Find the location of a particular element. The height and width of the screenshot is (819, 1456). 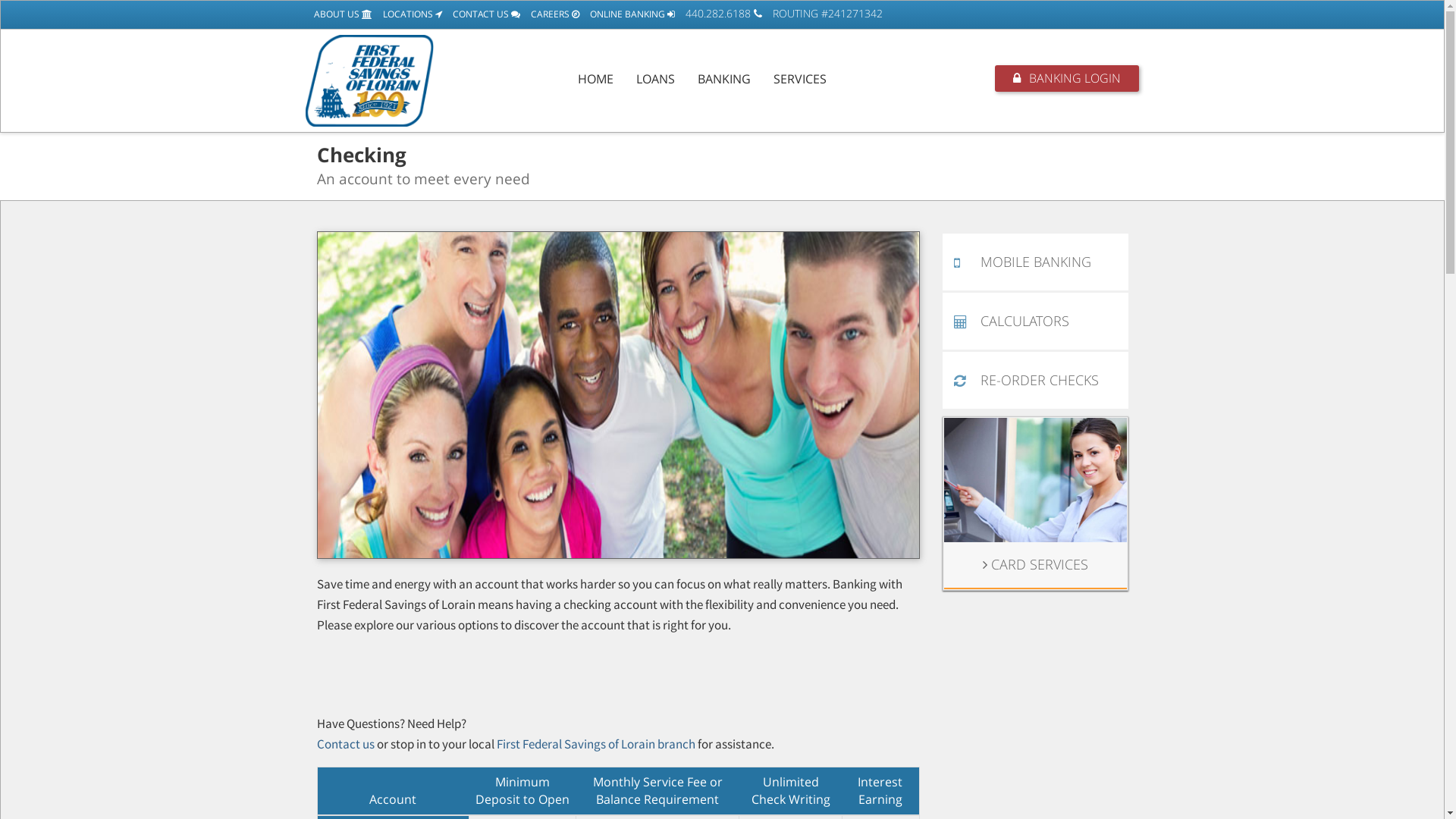

'BANKING' is located at coordinates (723, 79).